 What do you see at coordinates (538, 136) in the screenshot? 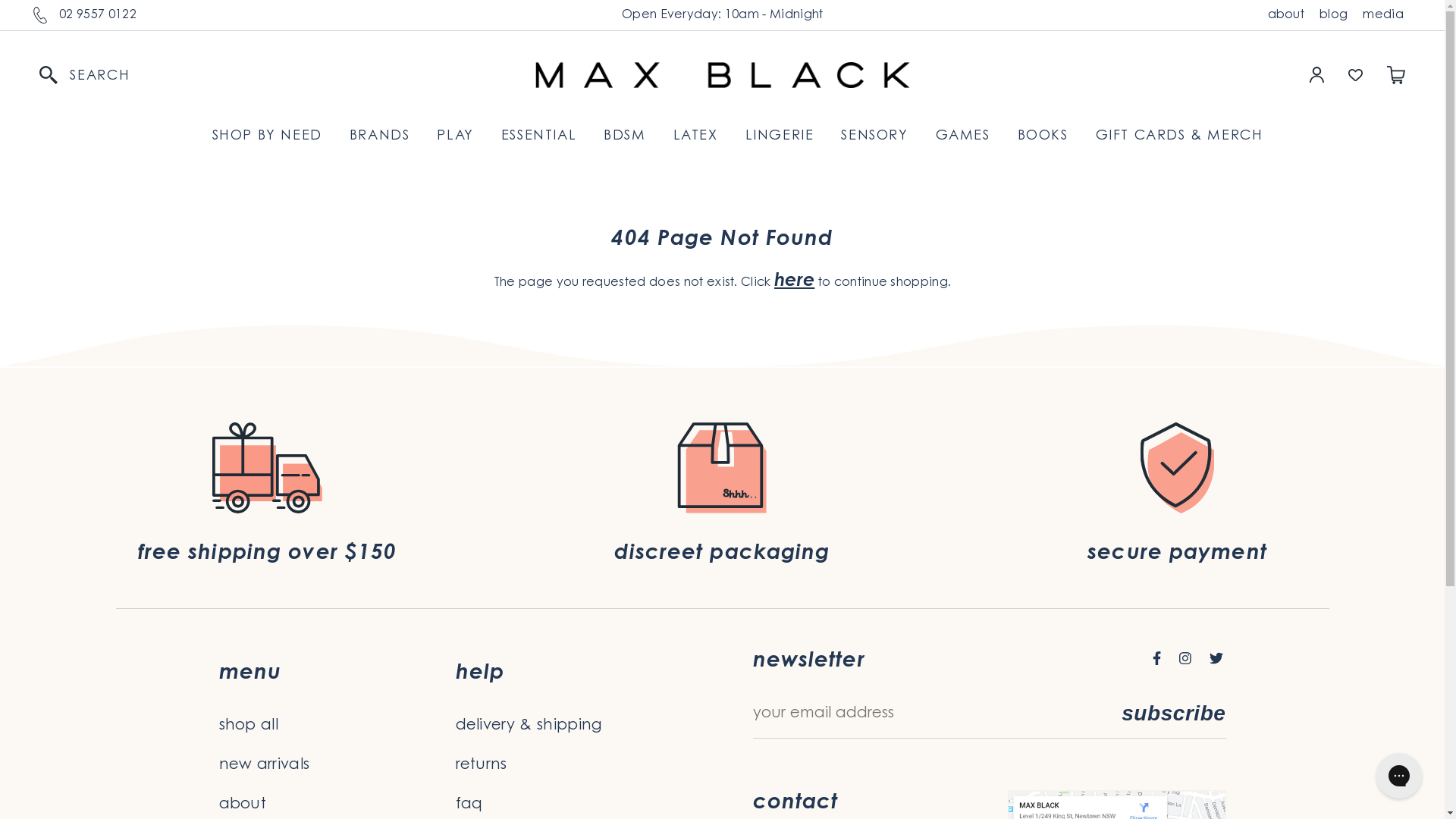
I see `'ESSENTIAL'` at bounding box center [538, 136].